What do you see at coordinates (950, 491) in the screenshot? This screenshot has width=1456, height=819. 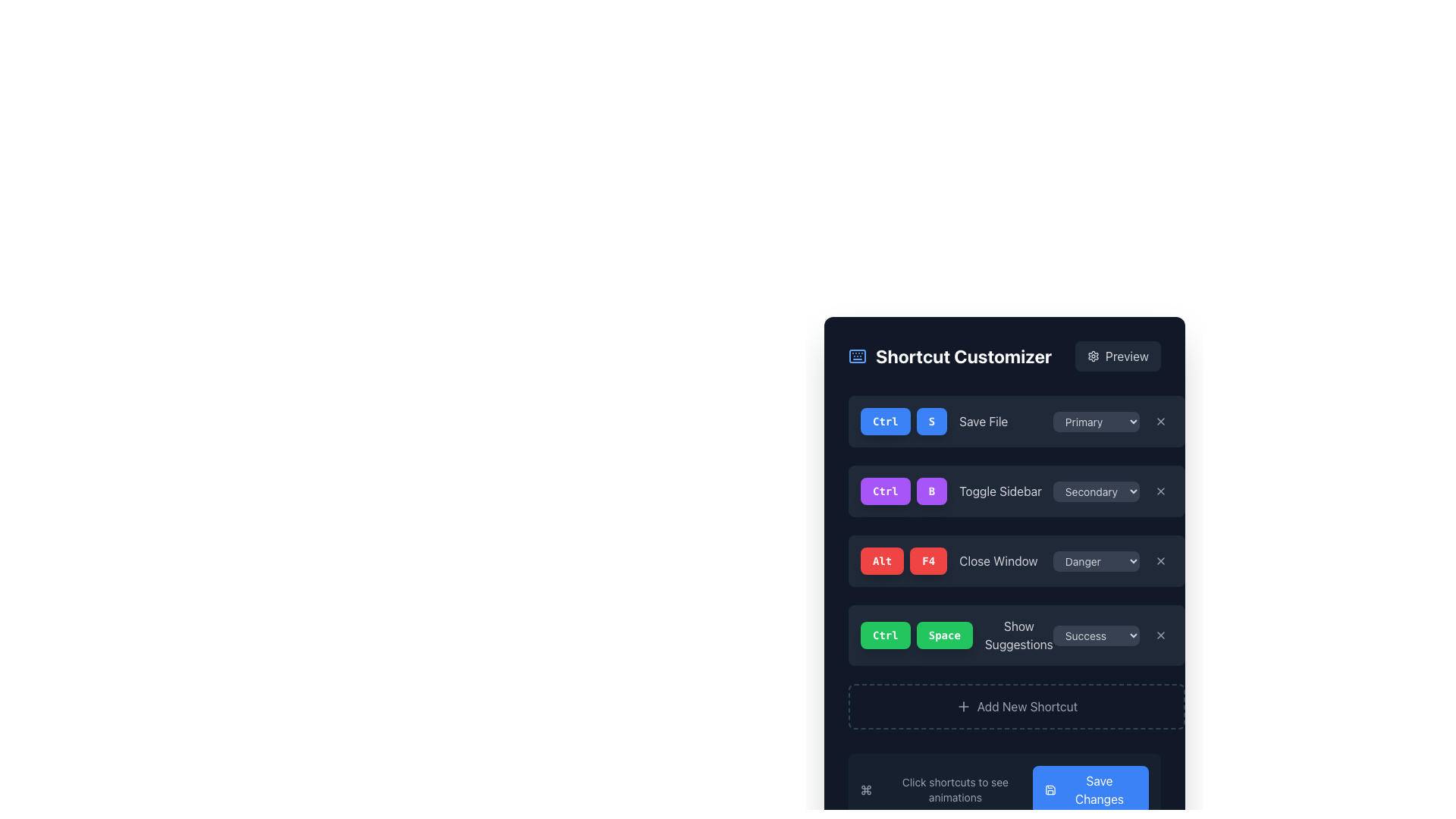 I see `the 'Ctrl' button in the Shortcut label that triggers the 'Toggle Sidebar' action, located in the second row of the shortcut list` at bounding box center [950, 491].